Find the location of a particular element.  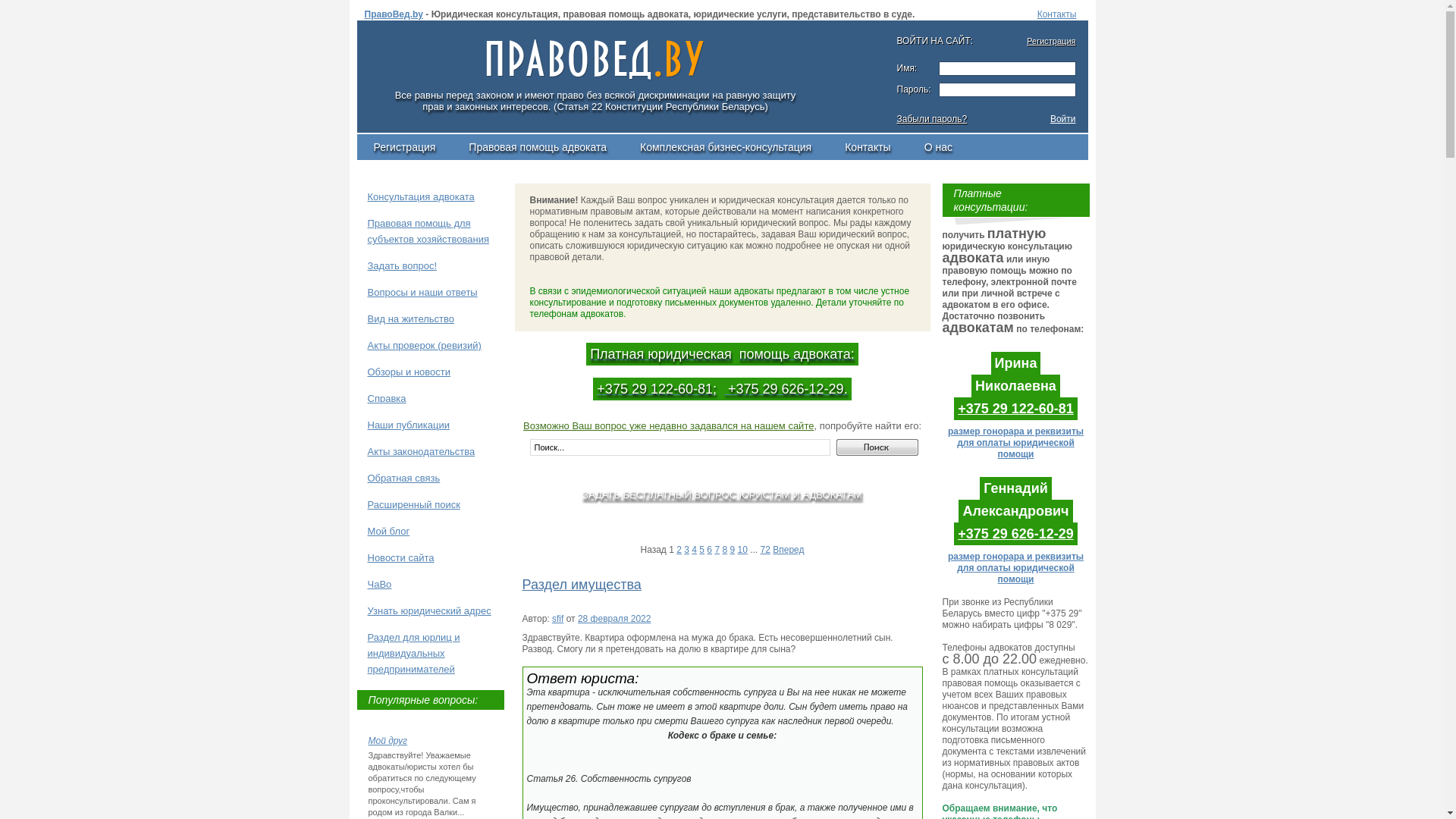

'10' is located at coordinates (742, 550).